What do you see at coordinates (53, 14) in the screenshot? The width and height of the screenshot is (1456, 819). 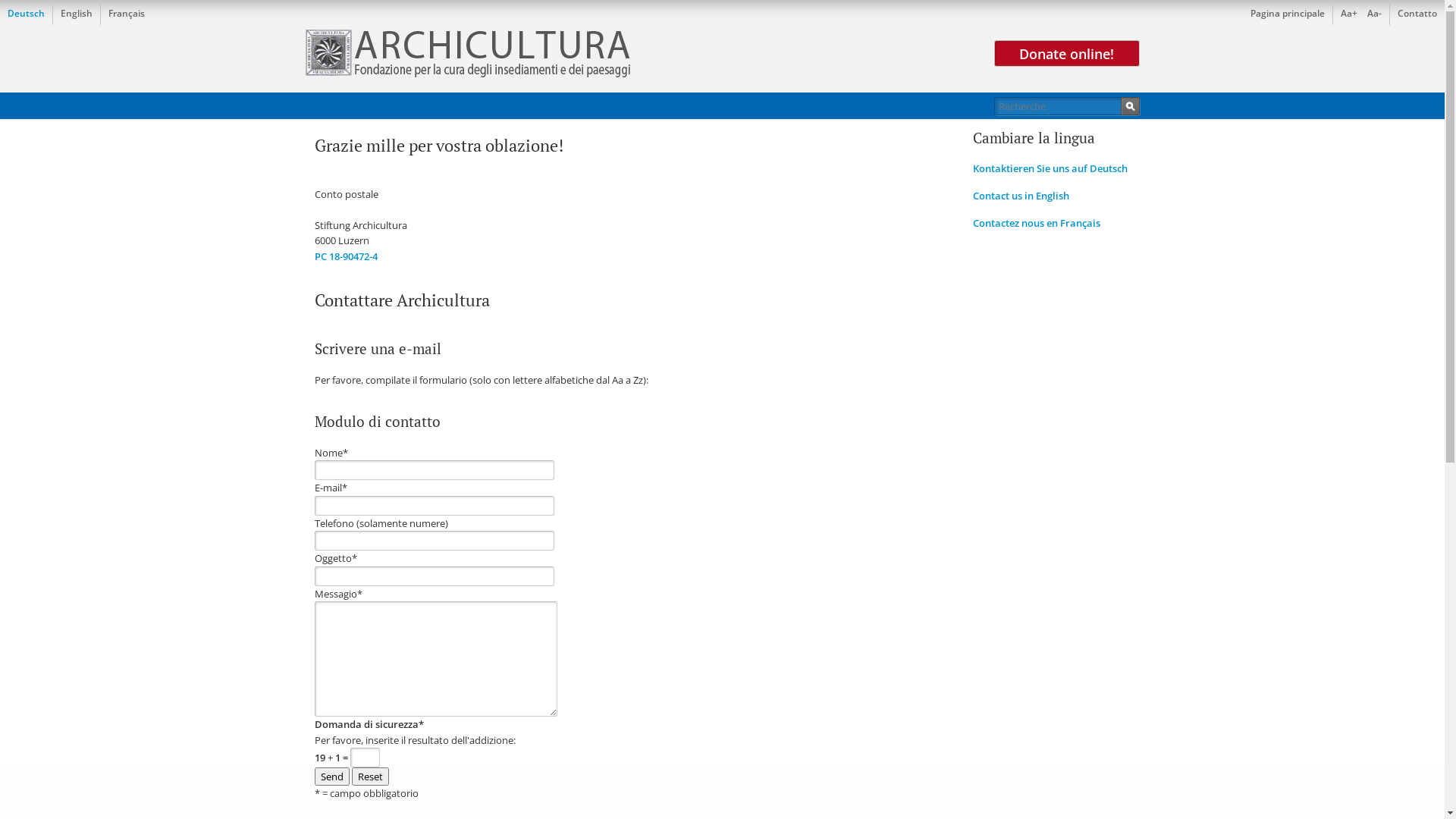 I see `'English'` at bounding box center [53, 14].